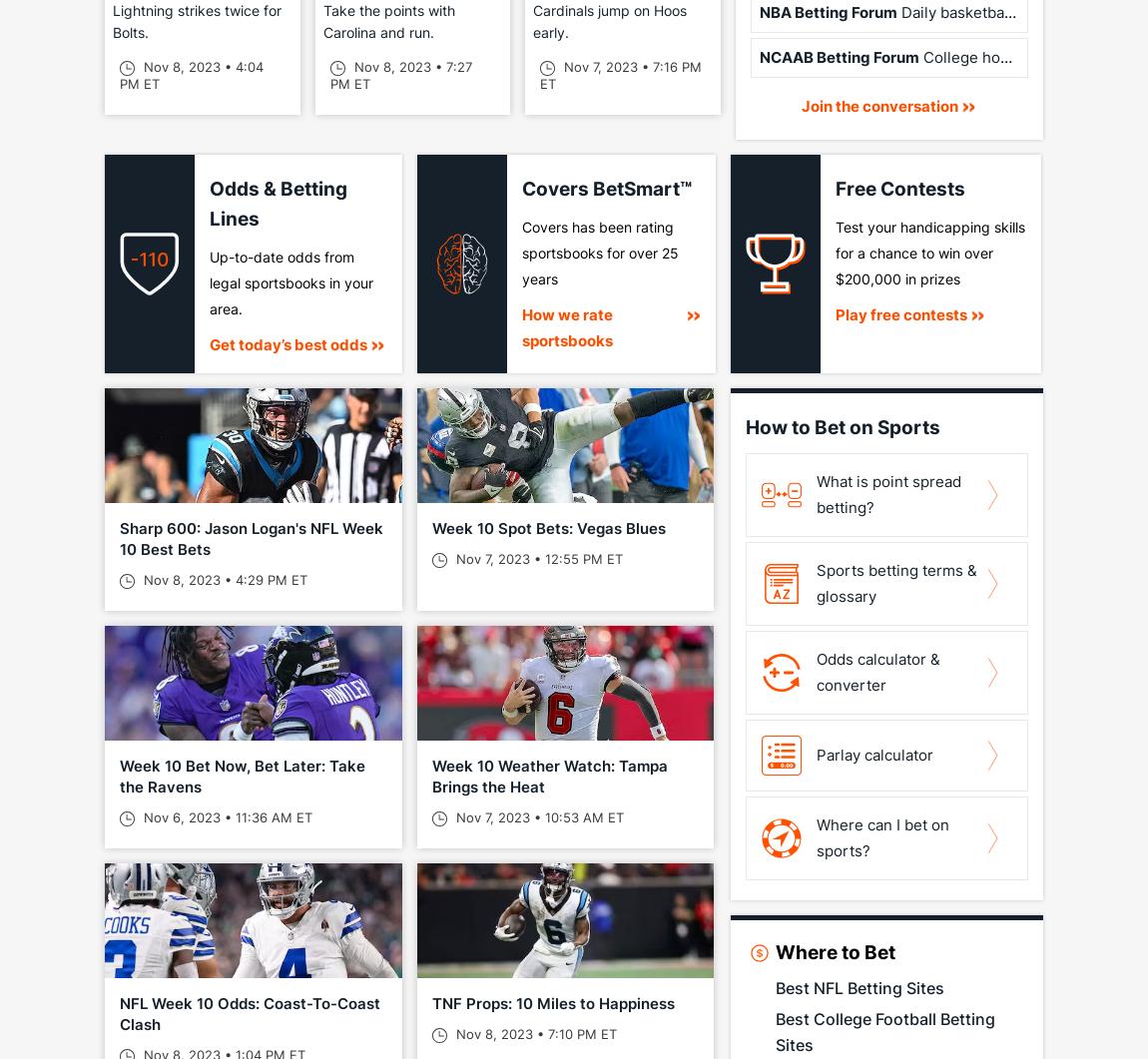 The image size is (1148, 1059). I want to click on 'NCAAB Betting Forum', so click(837, 57).